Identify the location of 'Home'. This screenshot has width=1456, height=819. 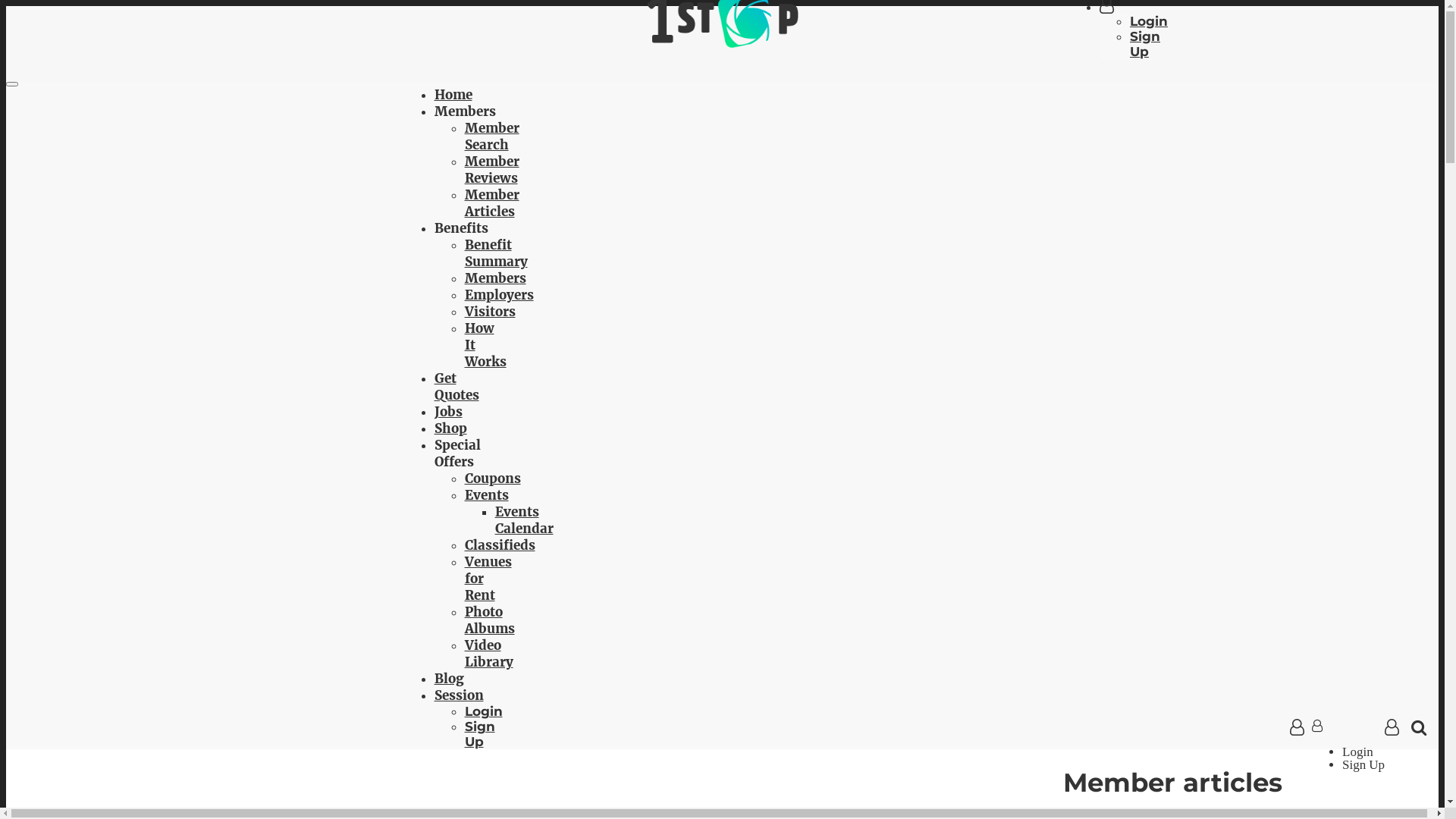
(432, 94).